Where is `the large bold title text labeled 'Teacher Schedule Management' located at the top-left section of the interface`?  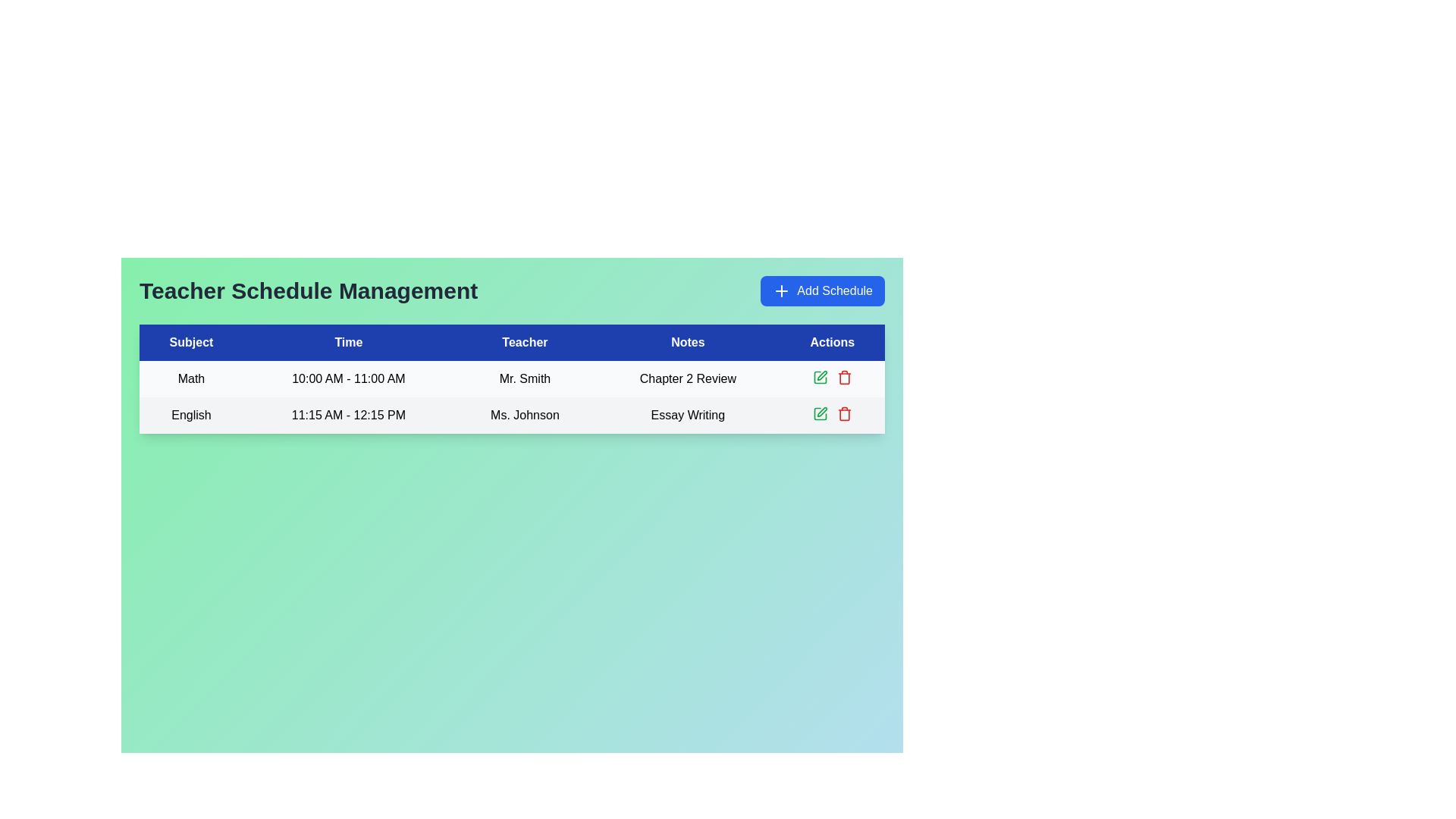
the large bold title text labeled 'Teacher Schedule Management' located at the top-left section of the interface is located at coordinates (308, 291).